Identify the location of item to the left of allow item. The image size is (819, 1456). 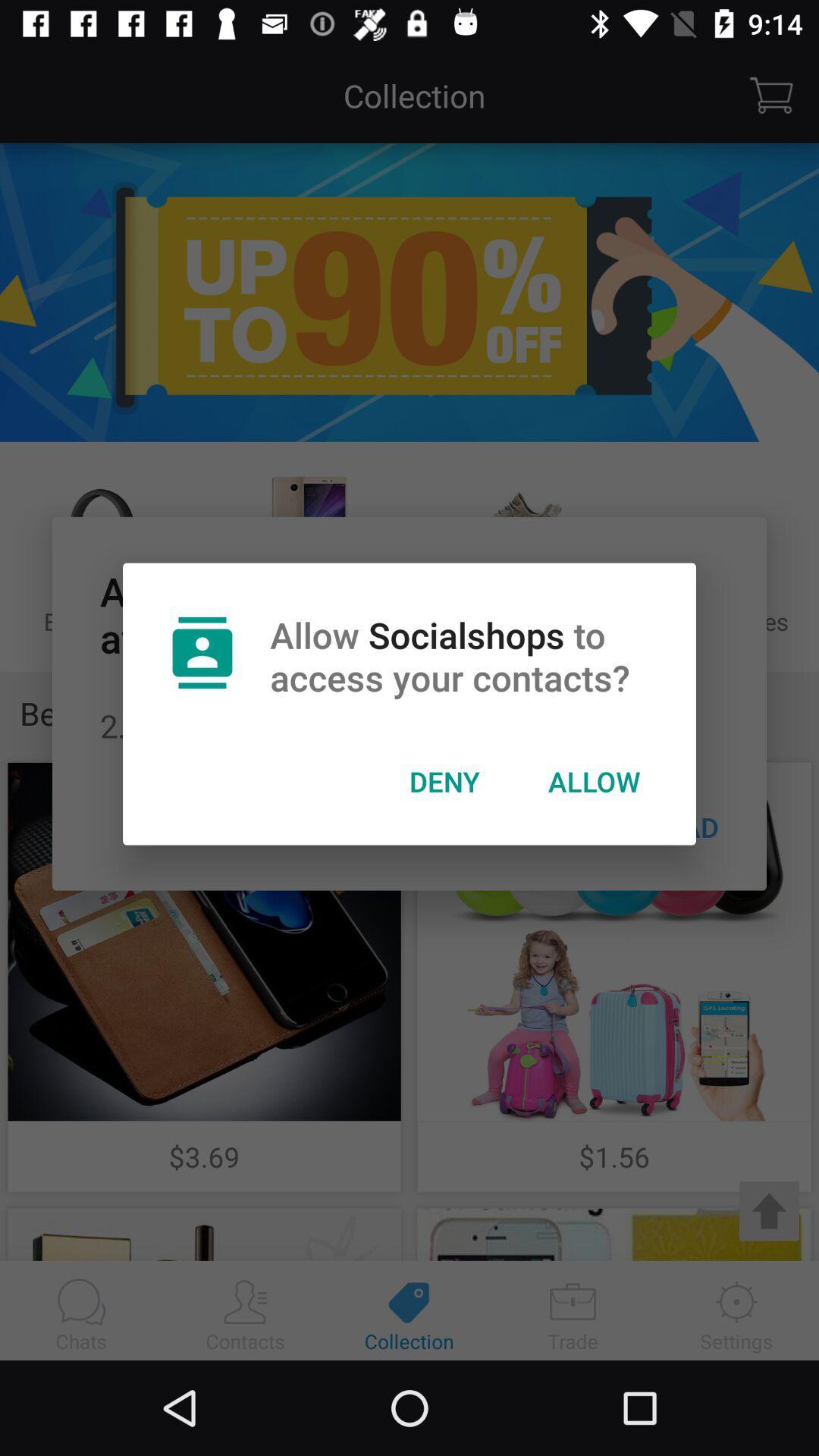
(444, 781).